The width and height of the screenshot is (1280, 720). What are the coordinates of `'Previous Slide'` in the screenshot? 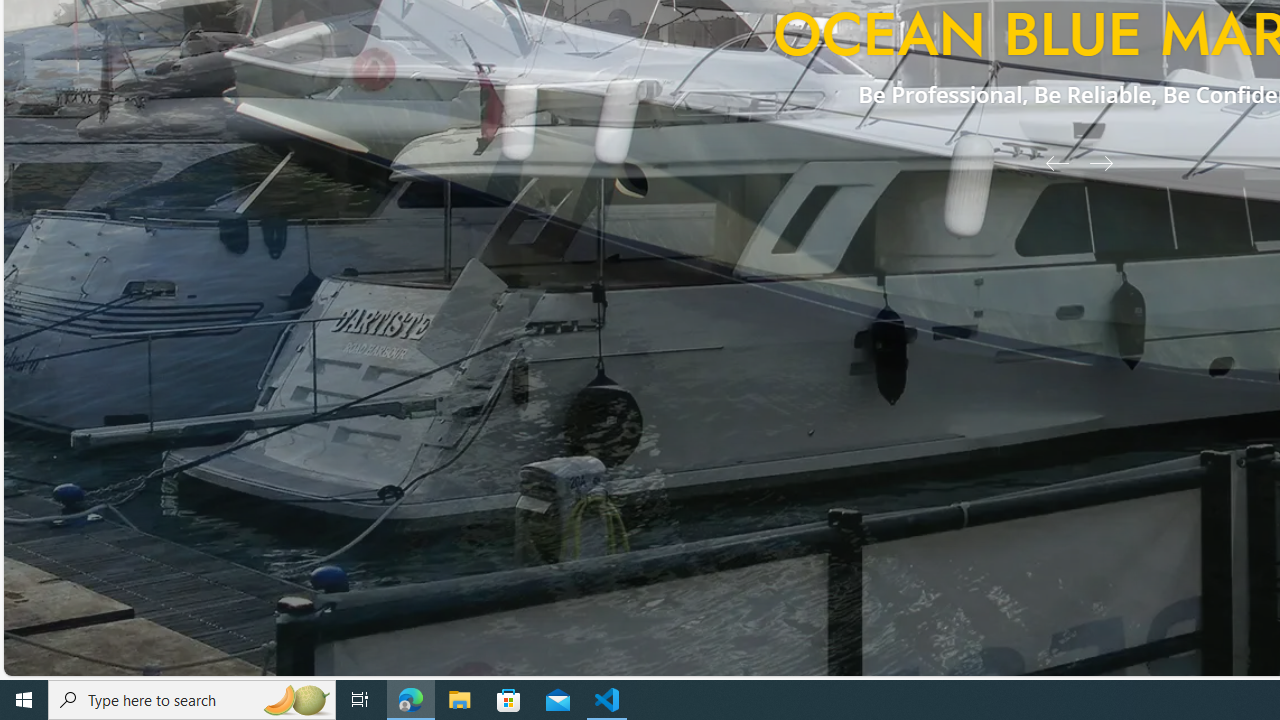 It's located at (1049, 161).